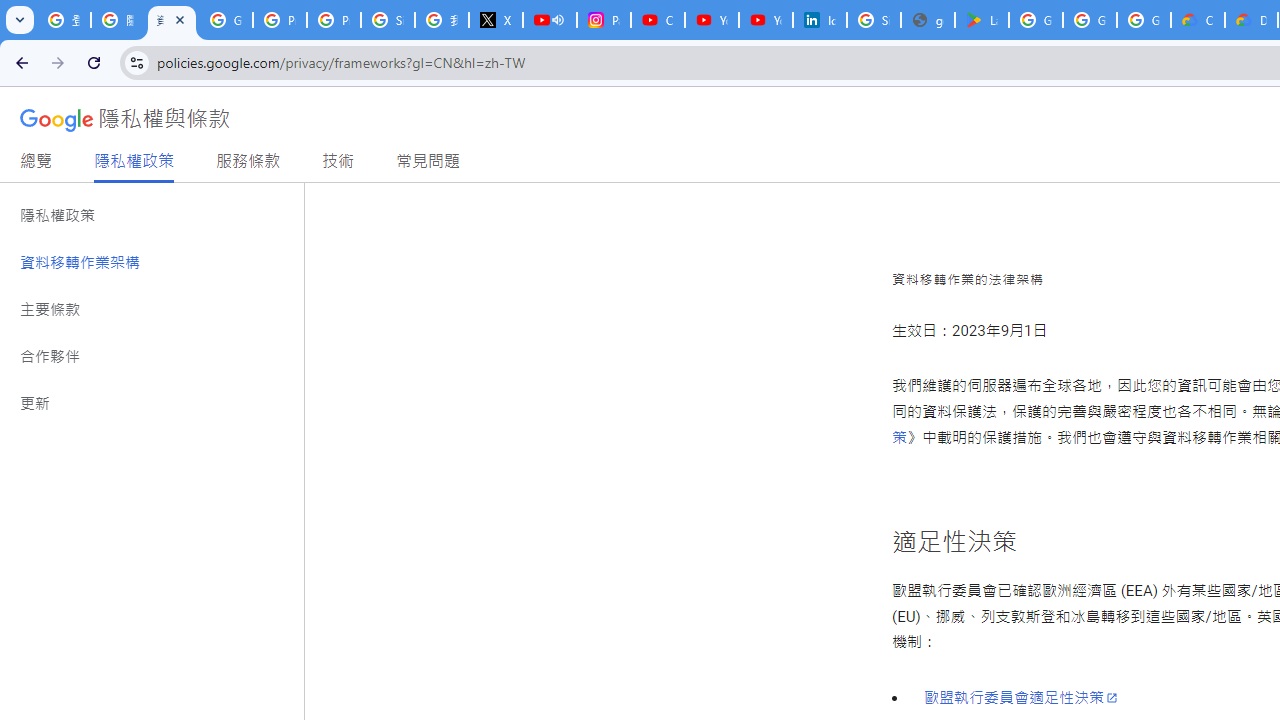  What do you see at coordinates (765, 20) in the screenshot?
I see `'YouTube Culture & Trends - YouTube Top 10, 2021'` at bounding box center [765, 20].